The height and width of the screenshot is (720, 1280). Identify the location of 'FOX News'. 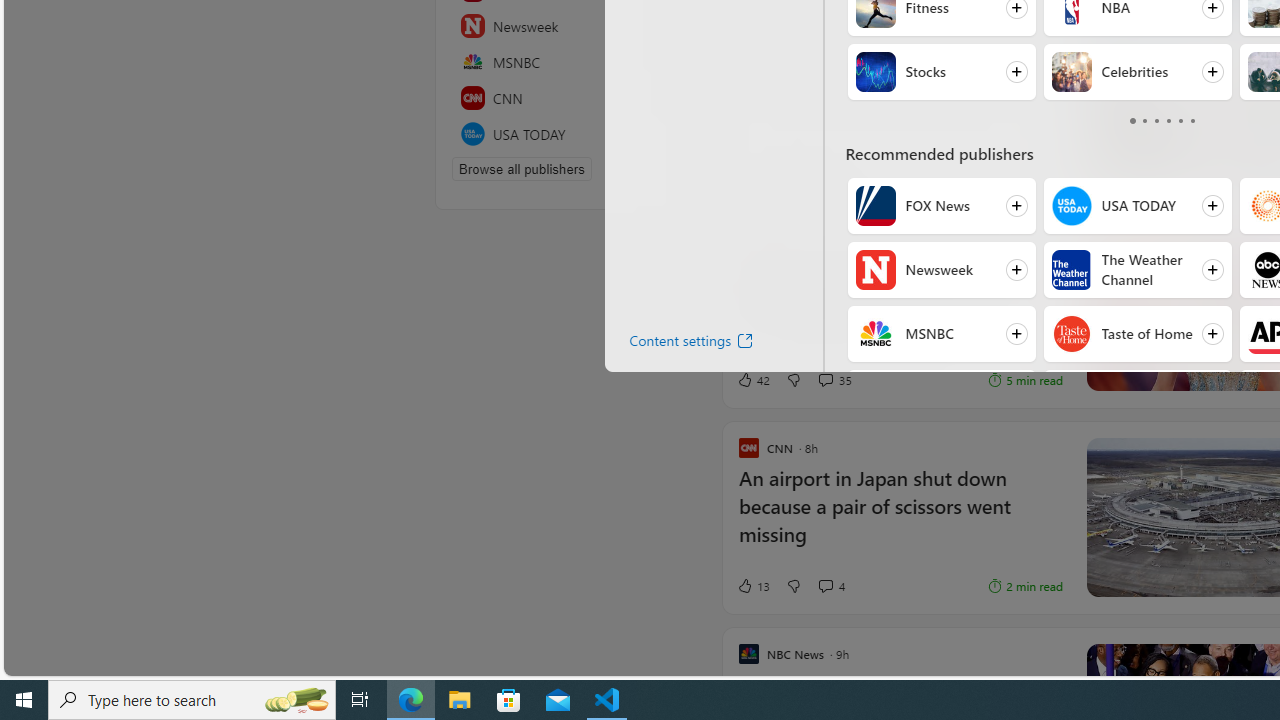
(875, 205).